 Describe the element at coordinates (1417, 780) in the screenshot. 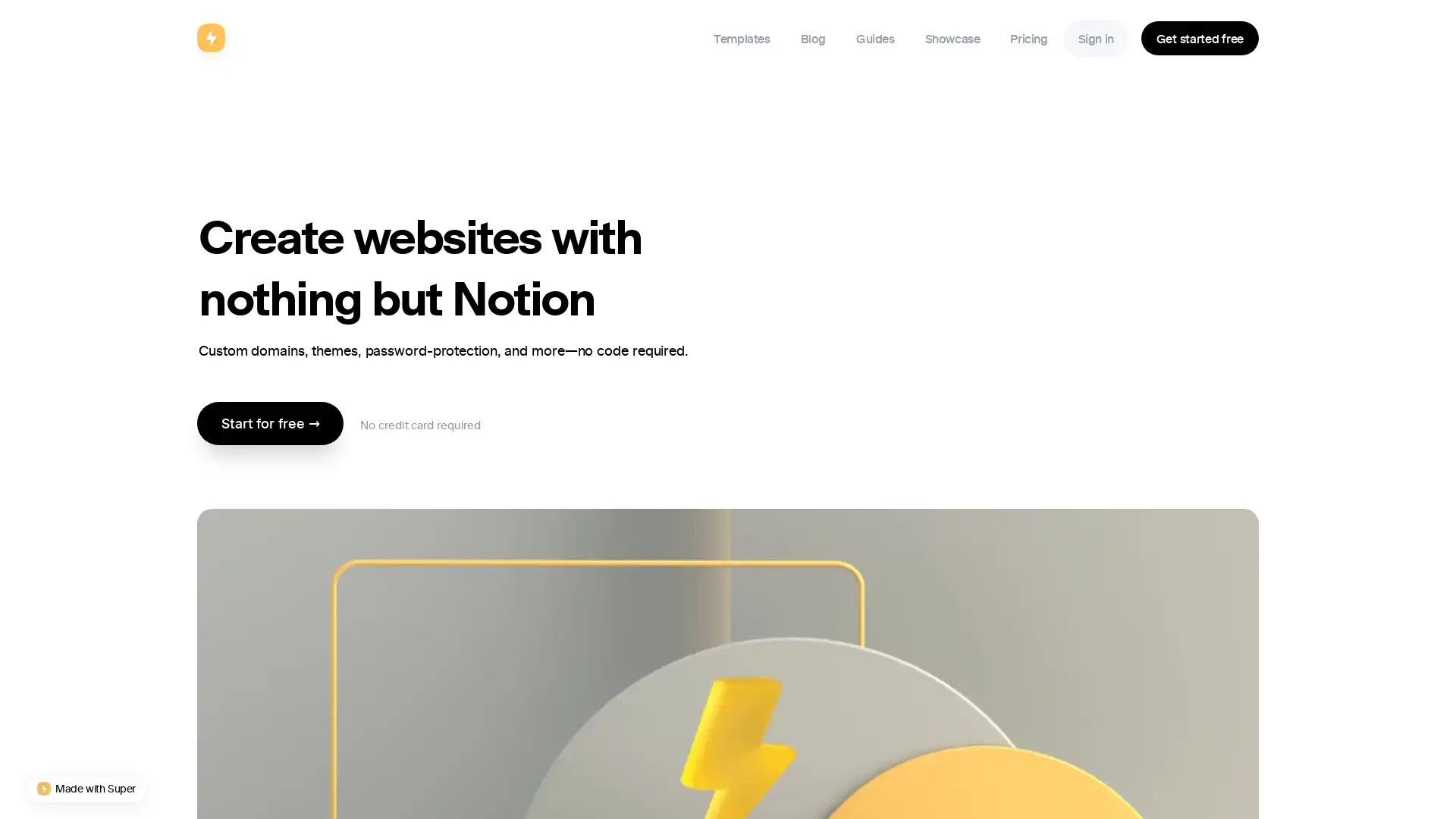

I see `Open Intercom Messenger` at that location.